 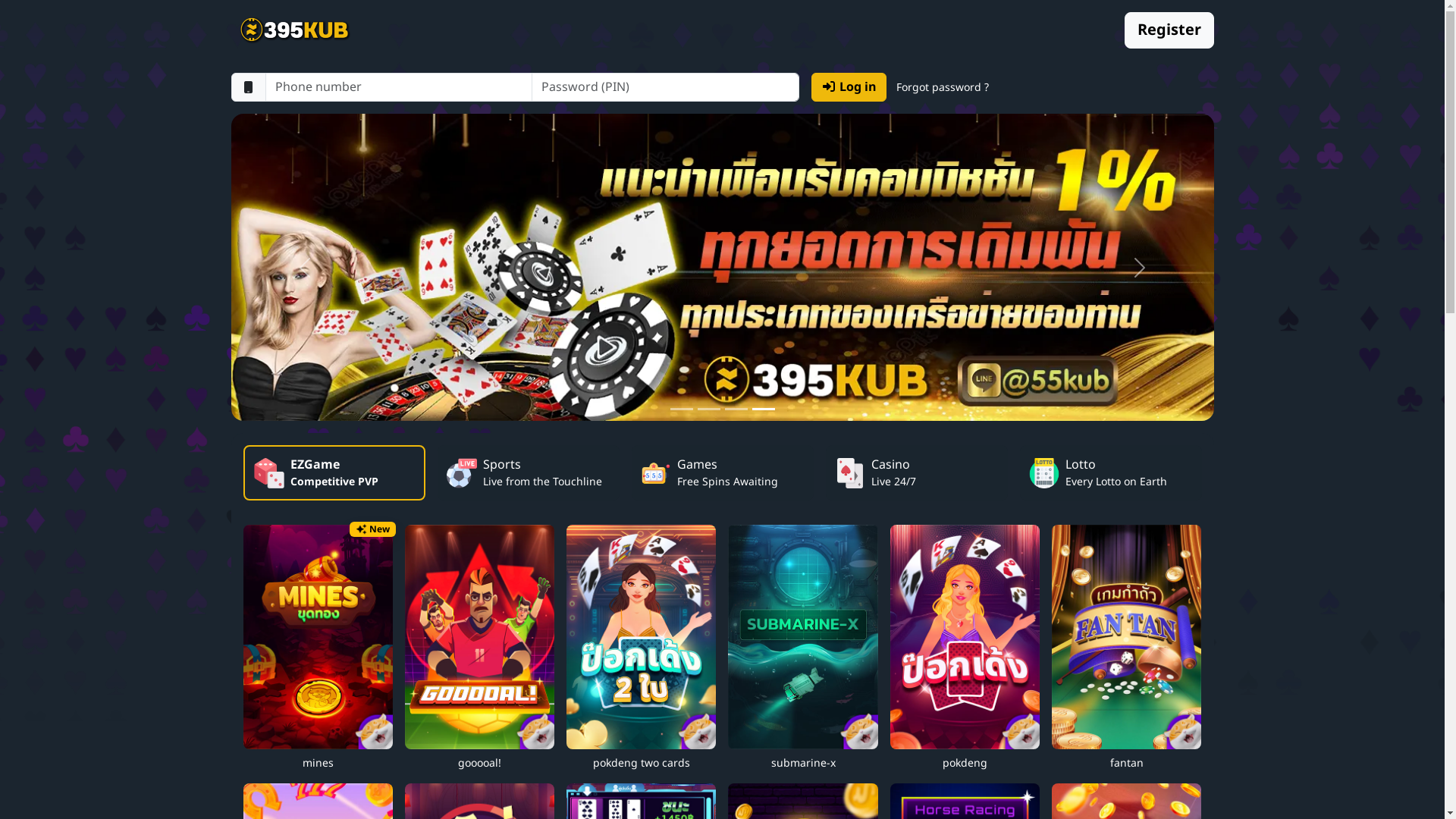 What do you see at coordinates (303, 266) in the screenshot?
I see `'Previous'` at bounding box center [303, 266].